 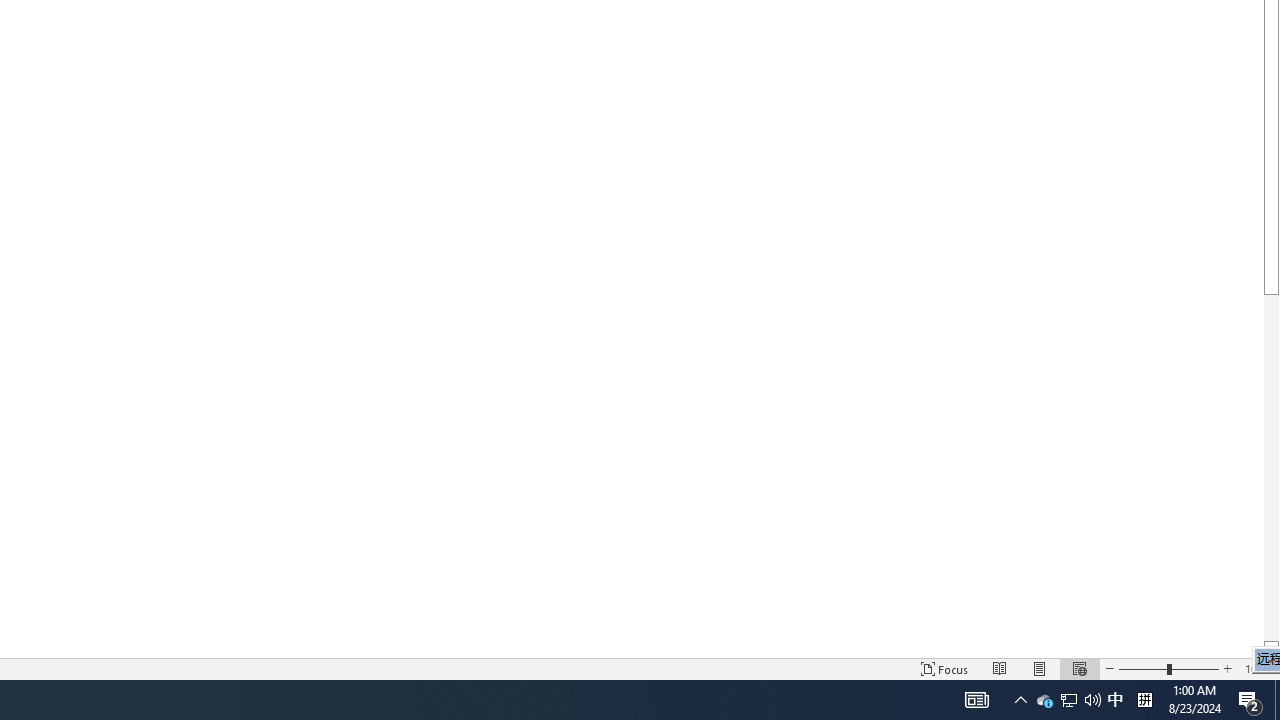 I want to click on 'Page down', so click(x=1270, y=468).